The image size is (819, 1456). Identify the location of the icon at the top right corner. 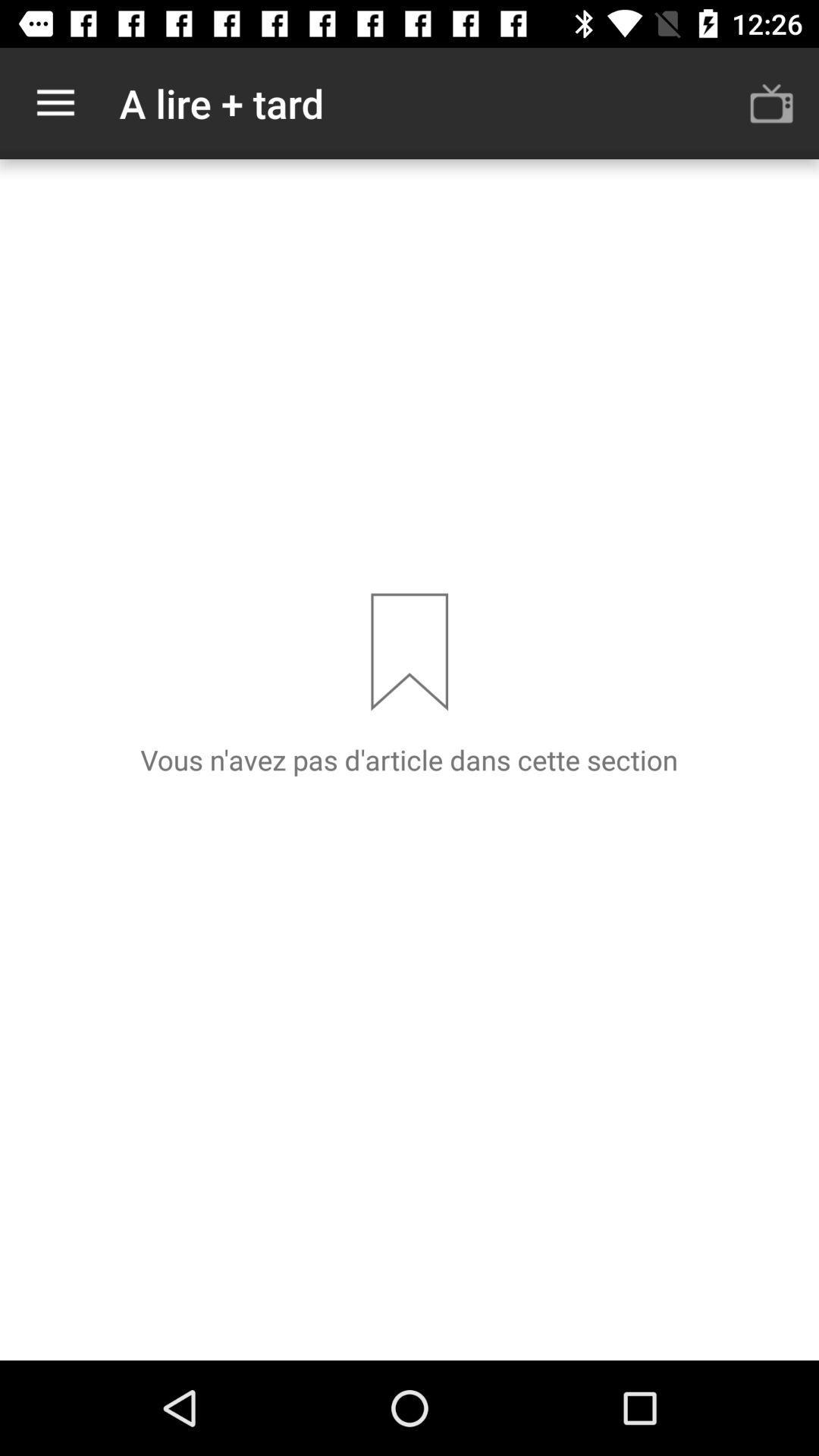
(771, 102).